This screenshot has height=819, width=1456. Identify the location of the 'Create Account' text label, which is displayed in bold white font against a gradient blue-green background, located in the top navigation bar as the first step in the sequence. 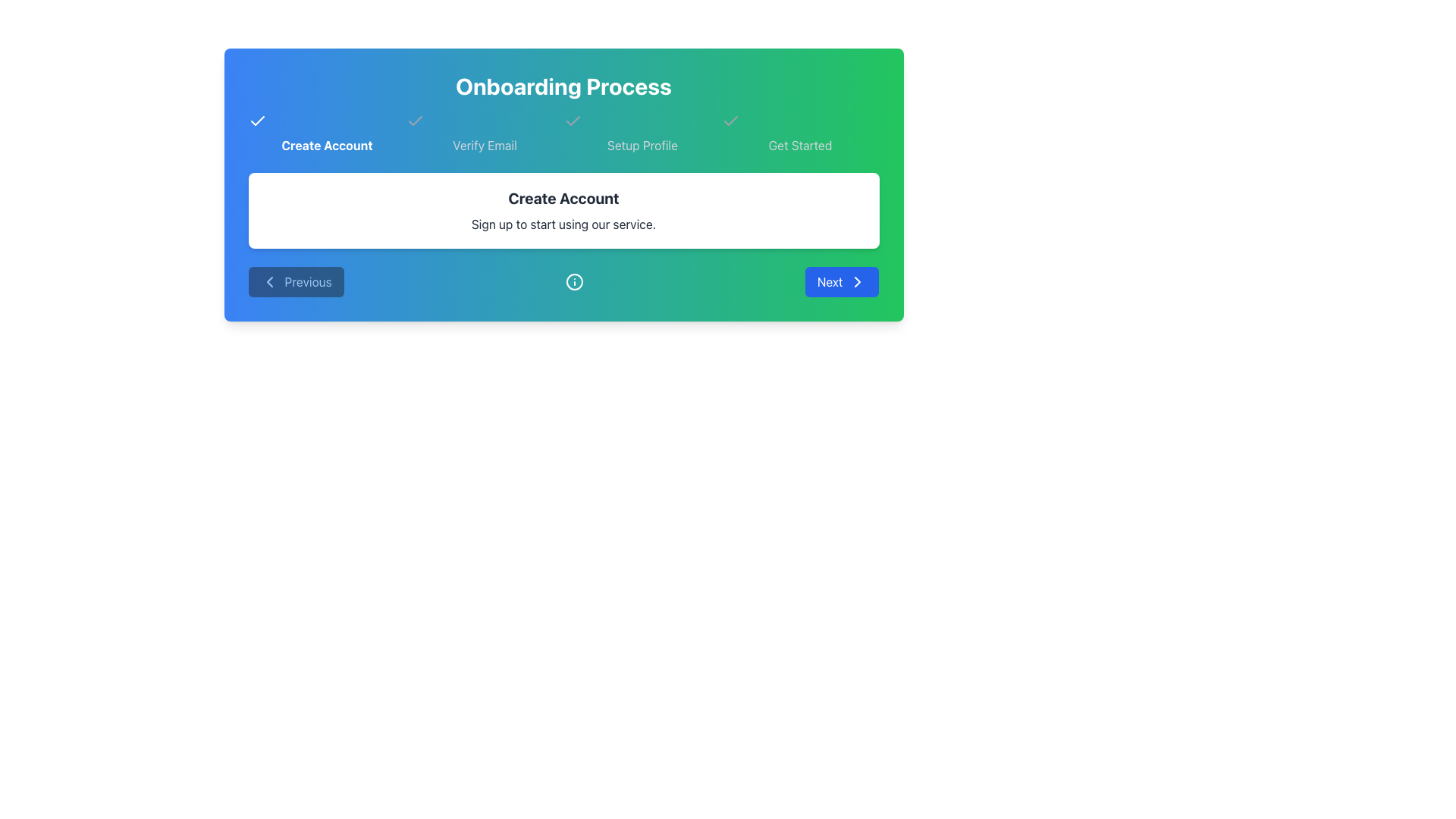
(326, 146).